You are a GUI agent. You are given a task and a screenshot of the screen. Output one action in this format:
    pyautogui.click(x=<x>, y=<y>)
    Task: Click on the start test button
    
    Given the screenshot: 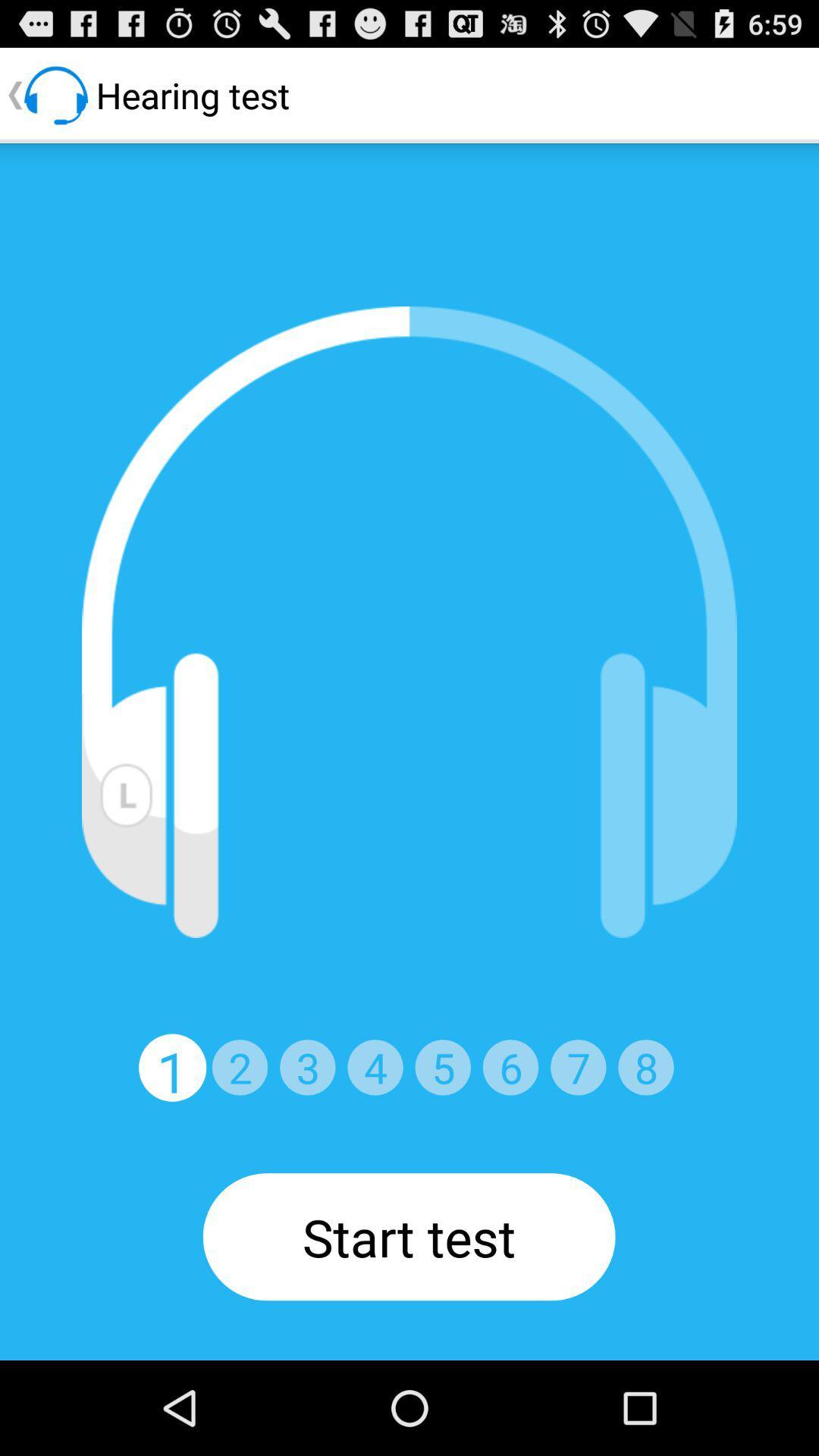 What is the action you would take?
    pyautogui.click(x=408, y=1237)
    